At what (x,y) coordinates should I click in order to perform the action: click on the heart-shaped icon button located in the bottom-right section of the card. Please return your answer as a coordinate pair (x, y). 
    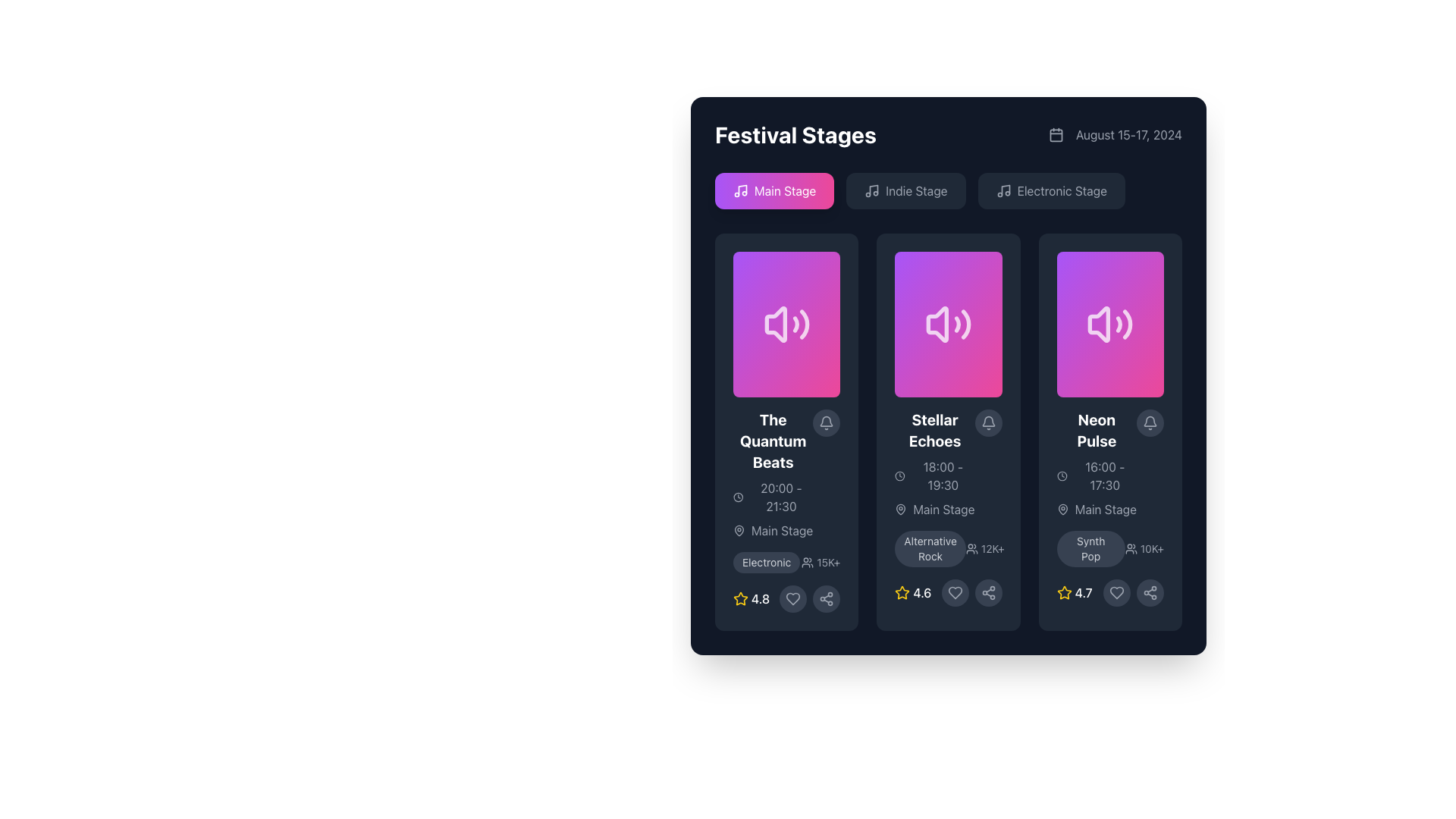
    Looking at the image, I should click on (792, 598).